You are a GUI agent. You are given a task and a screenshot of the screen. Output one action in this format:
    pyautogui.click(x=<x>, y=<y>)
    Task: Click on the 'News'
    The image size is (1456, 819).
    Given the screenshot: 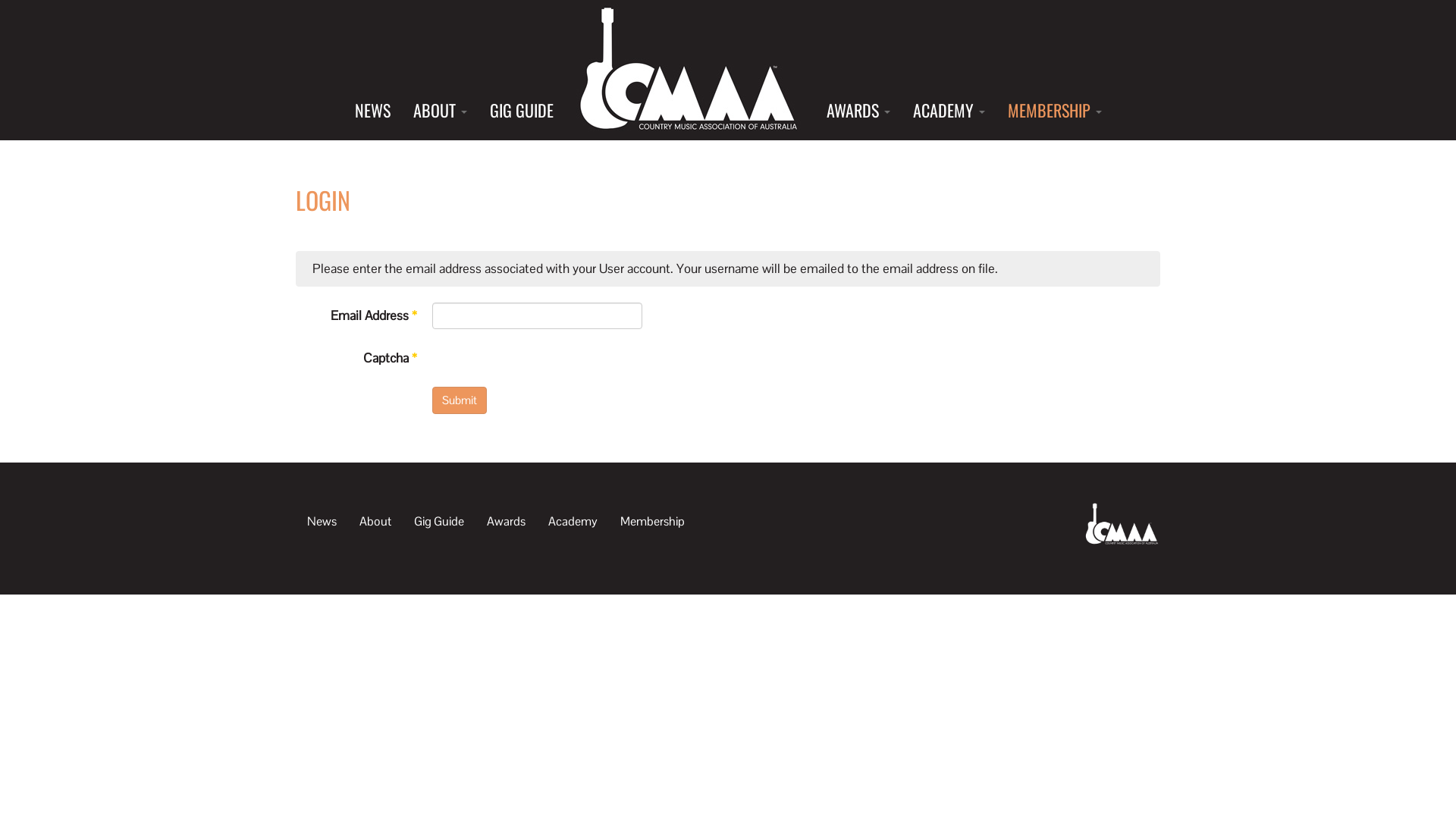 What is the action you would take?
    pyautogui.click(x=321, y=519)
    